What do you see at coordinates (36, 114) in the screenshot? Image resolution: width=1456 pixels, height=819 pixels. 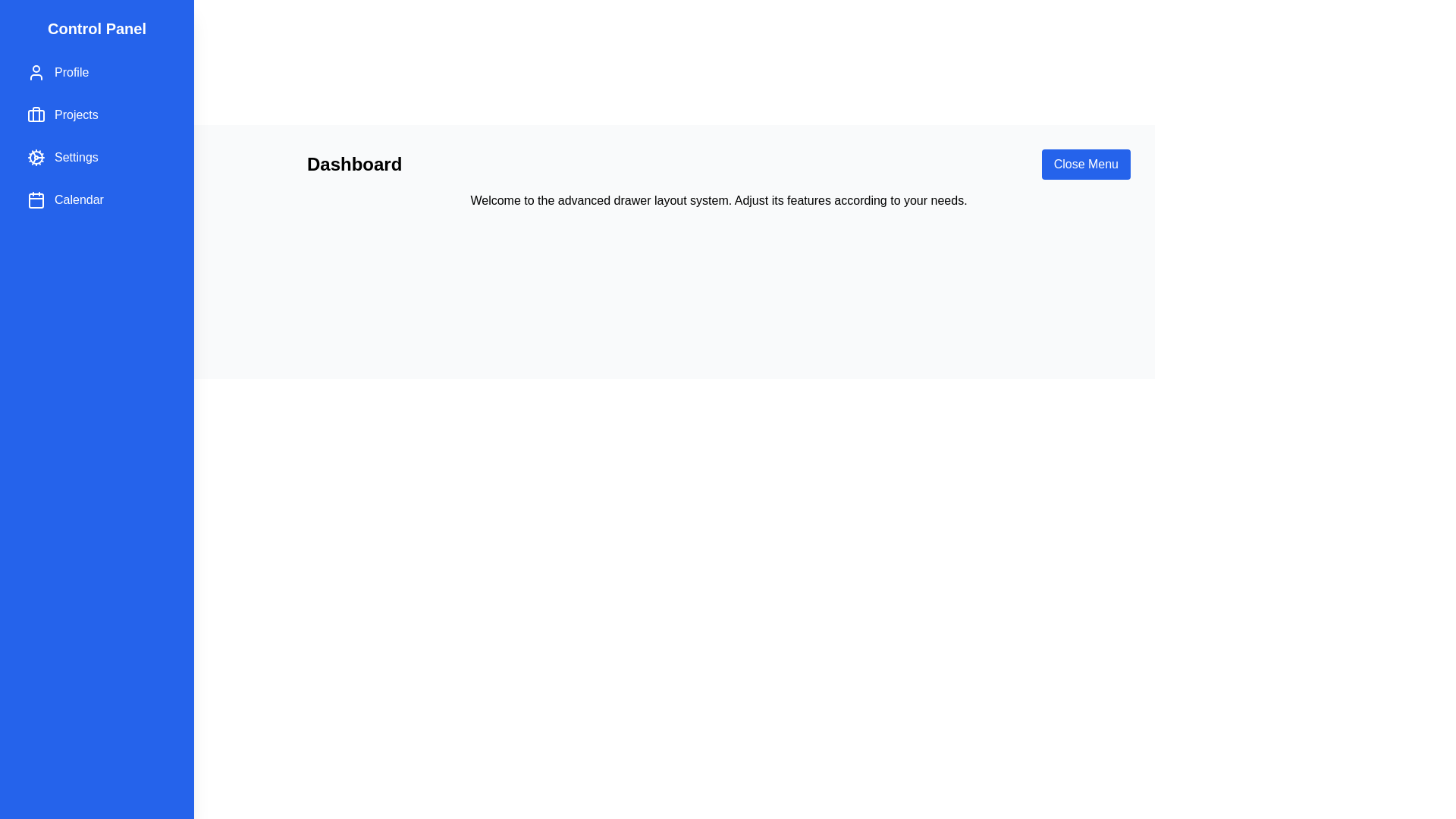 I see `the briefcase icon, which is styled in outline with rounded corners, white color on a blue background, located in the left navigation bar, second from the top, to the left of the 'Projects' text label` at bounding box center [36, 114].